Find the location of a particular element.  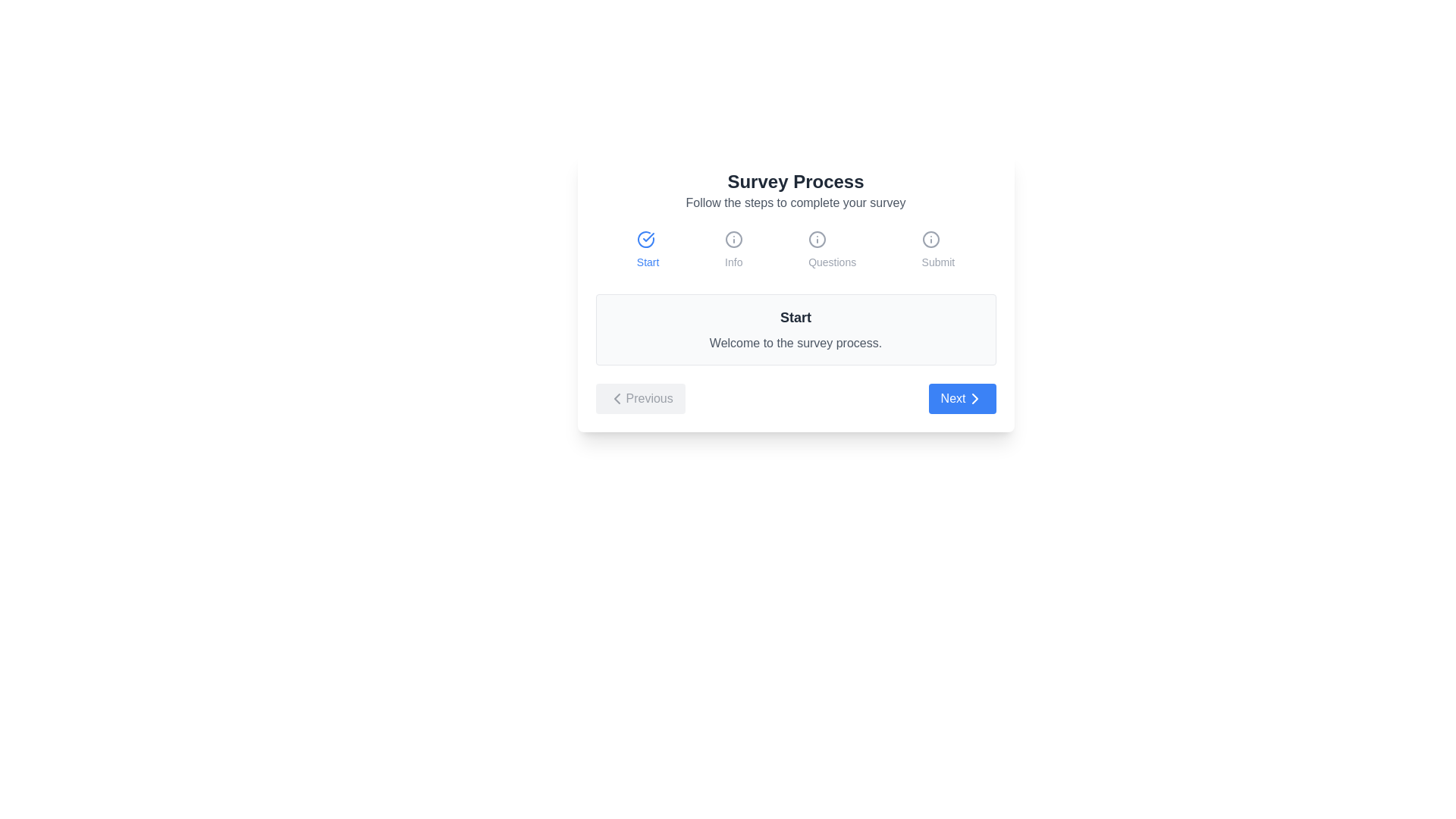

the completion icon representing the 'Start' step in the survey process, located at the top left of the 'Survey Process' panel is located at coordinates (645, 239).